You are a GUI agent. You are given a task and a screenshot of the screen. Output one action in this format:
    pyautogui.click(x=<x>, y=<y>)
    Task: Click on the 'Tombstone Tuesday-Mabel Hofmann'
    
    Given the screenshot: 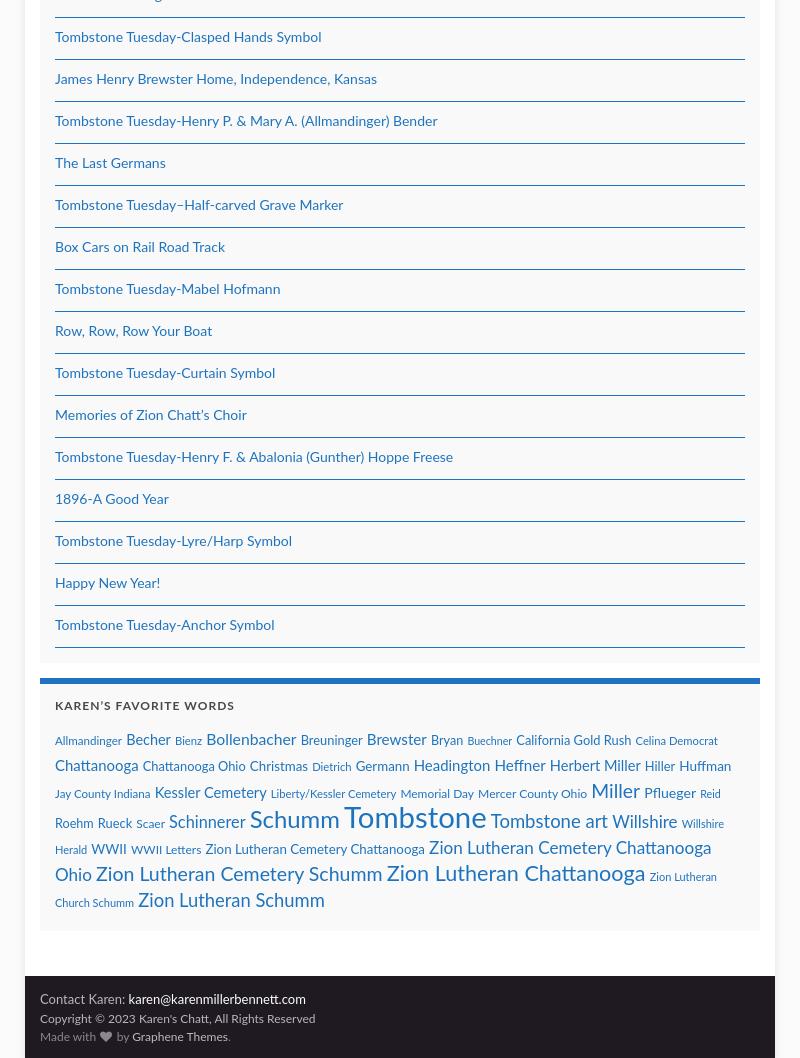 What is the action you would take?
    pyautogui.click(x=54, y=288)
    